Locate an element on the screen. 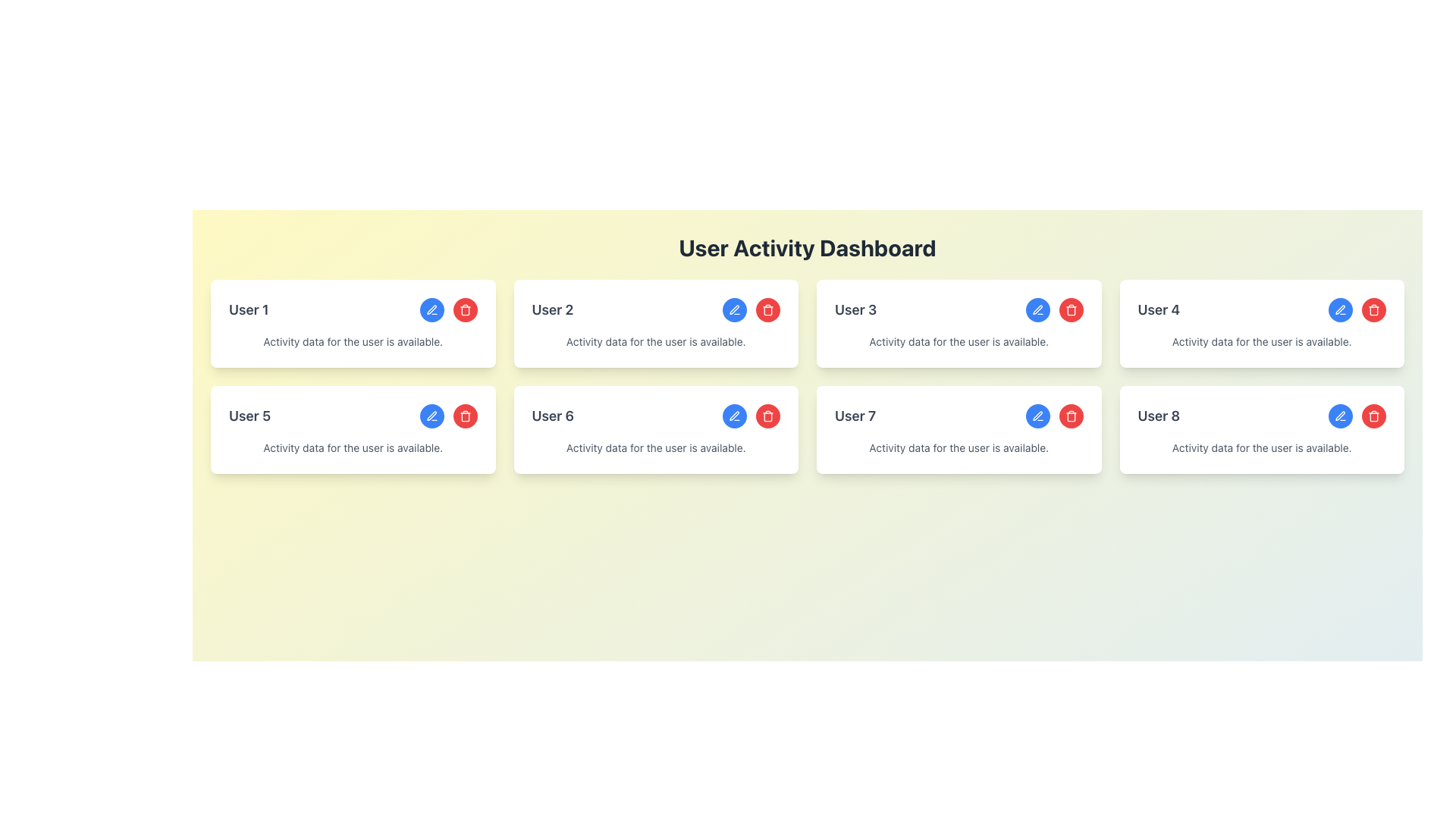 The image size is (1456, 819). the Action Group containing the blue pencil icon and red trash bin icon located at the top-right corner of the 'User 2' card is located at coordinates (751, 309).